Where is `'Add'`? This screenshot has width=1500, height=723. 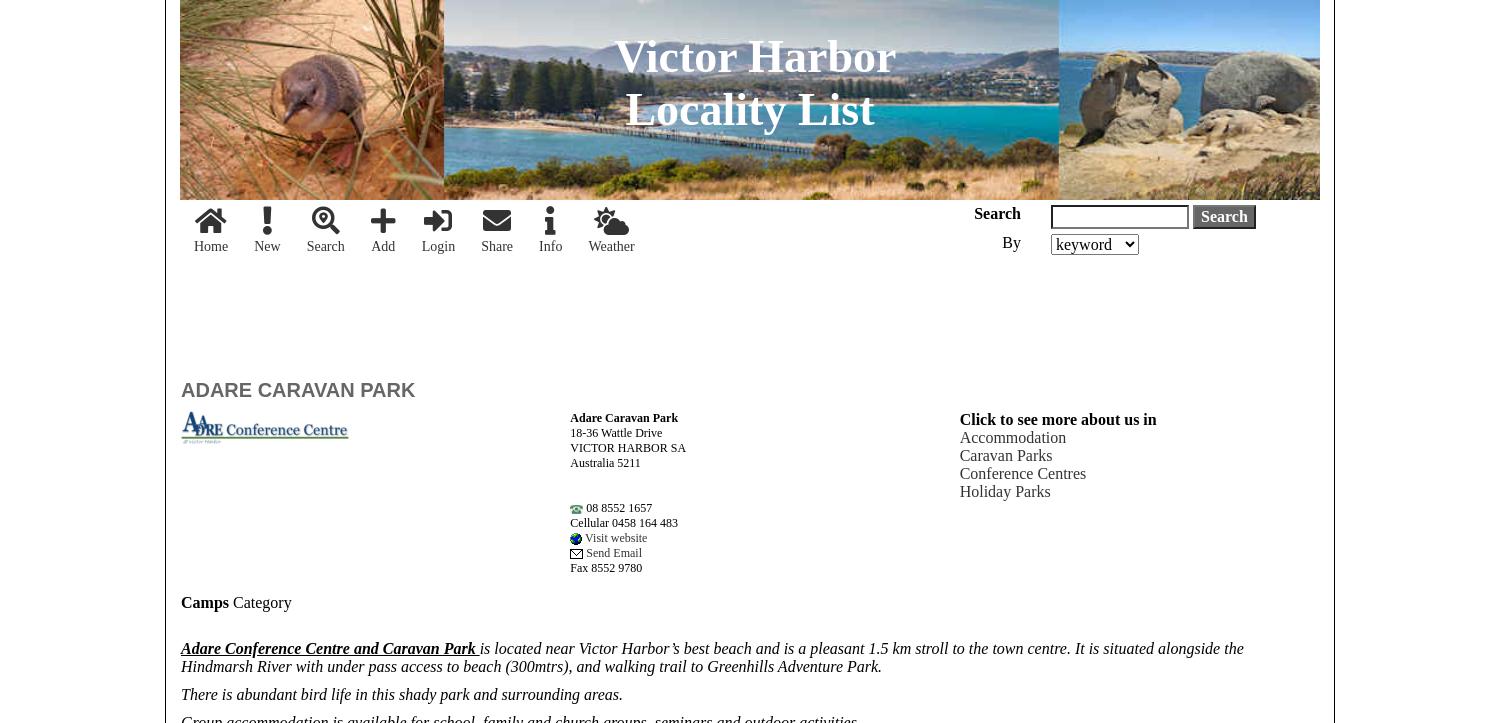
'Add' is located at coordinates (382, 245).